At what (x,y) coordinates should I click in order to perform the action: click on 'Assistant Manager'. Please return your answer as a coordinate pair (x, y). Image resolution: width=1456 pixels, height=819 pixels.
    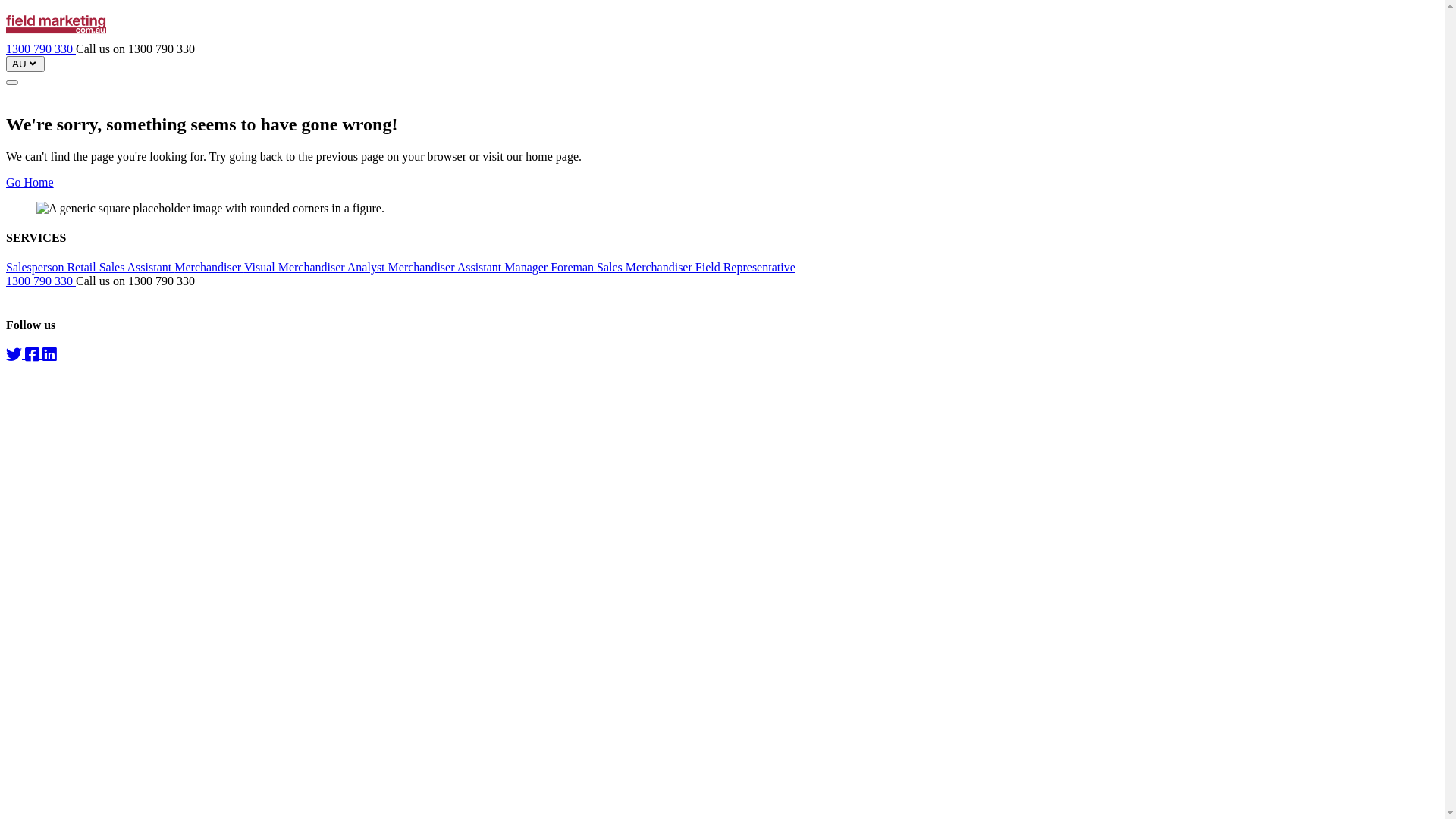
    Looking at the image, I should click on (457, 266).